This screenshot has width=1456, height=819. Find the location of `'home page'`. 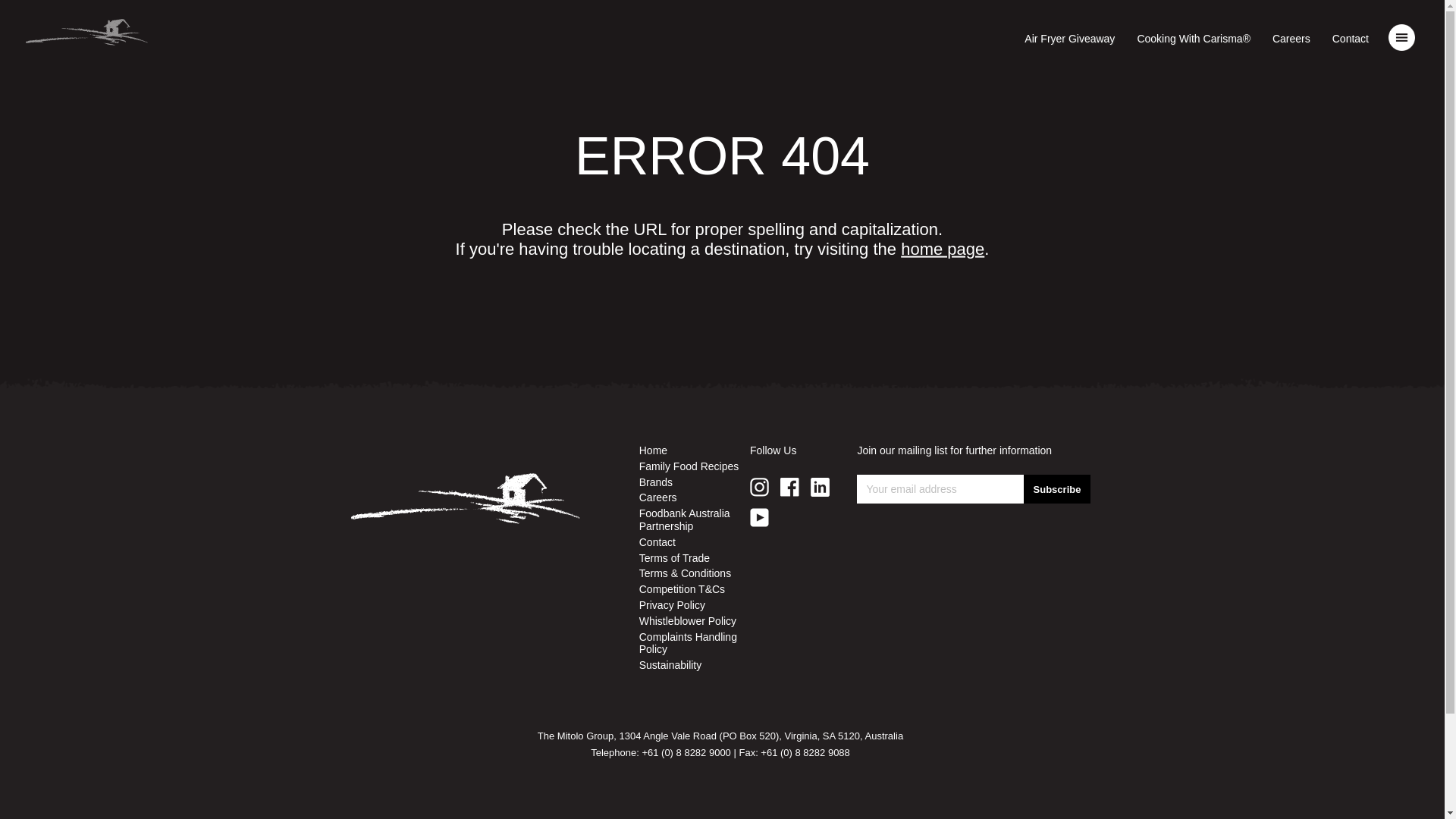

'home page' is located at coordinates (942, 248).